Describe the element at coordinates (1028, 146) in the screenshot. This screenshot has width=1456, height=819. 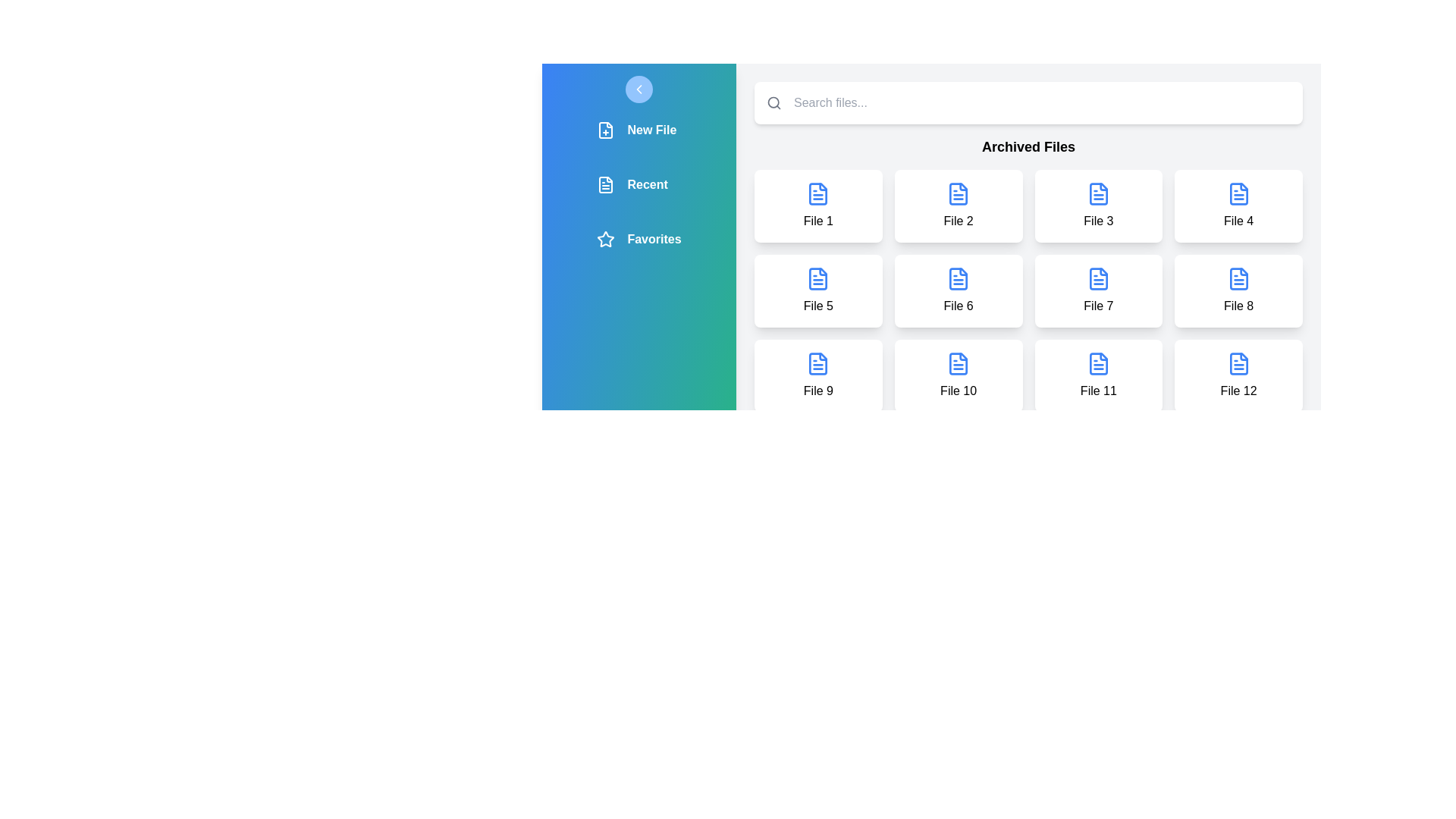
I see `the 'Archived Files' heading to select its text` at that location.